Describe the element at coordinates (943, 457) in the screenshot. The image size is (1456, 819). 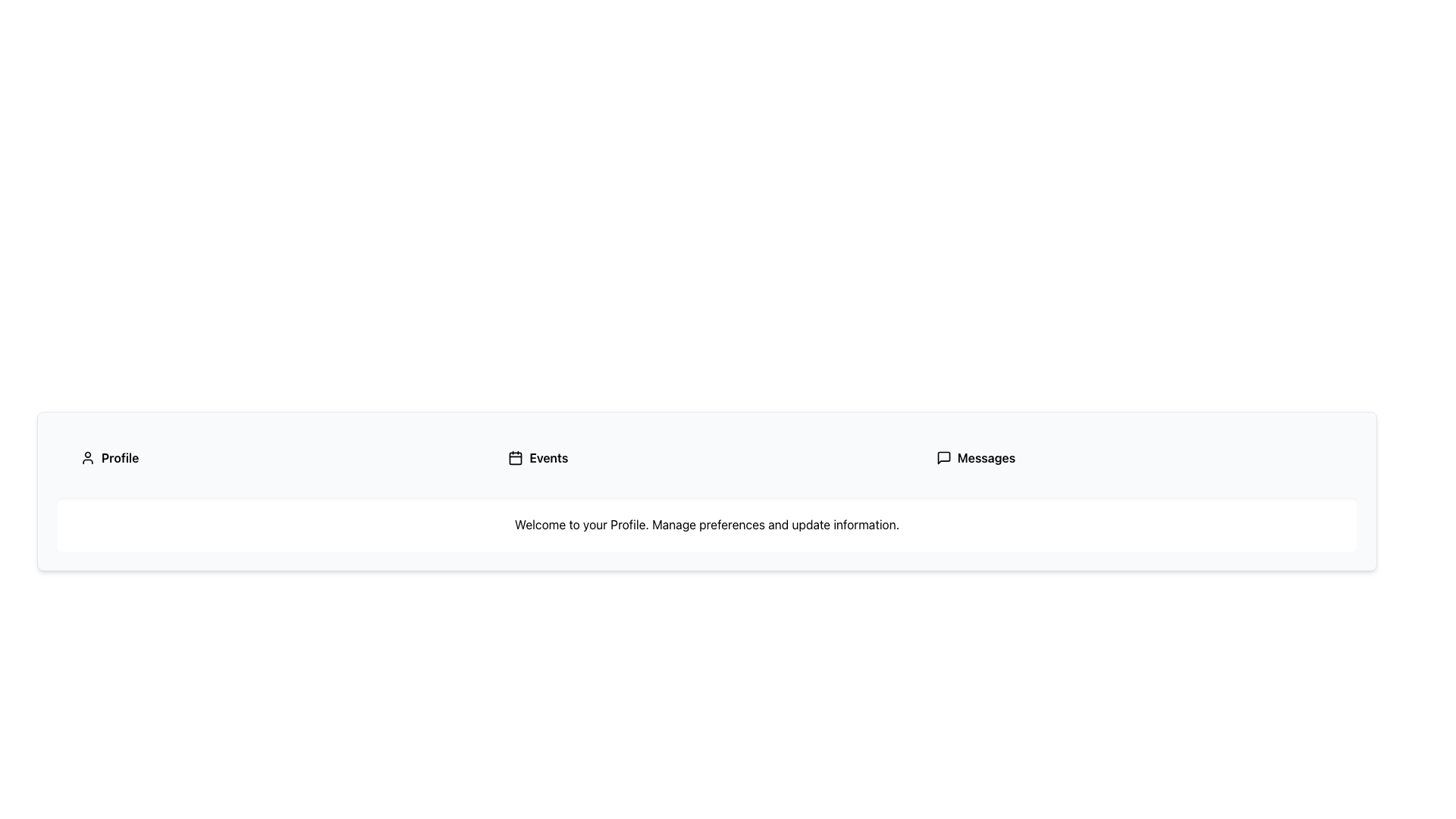
I see `the messaging icon located in the top navigation bar, rightmost section, next to the 'Messages' label` at that location.